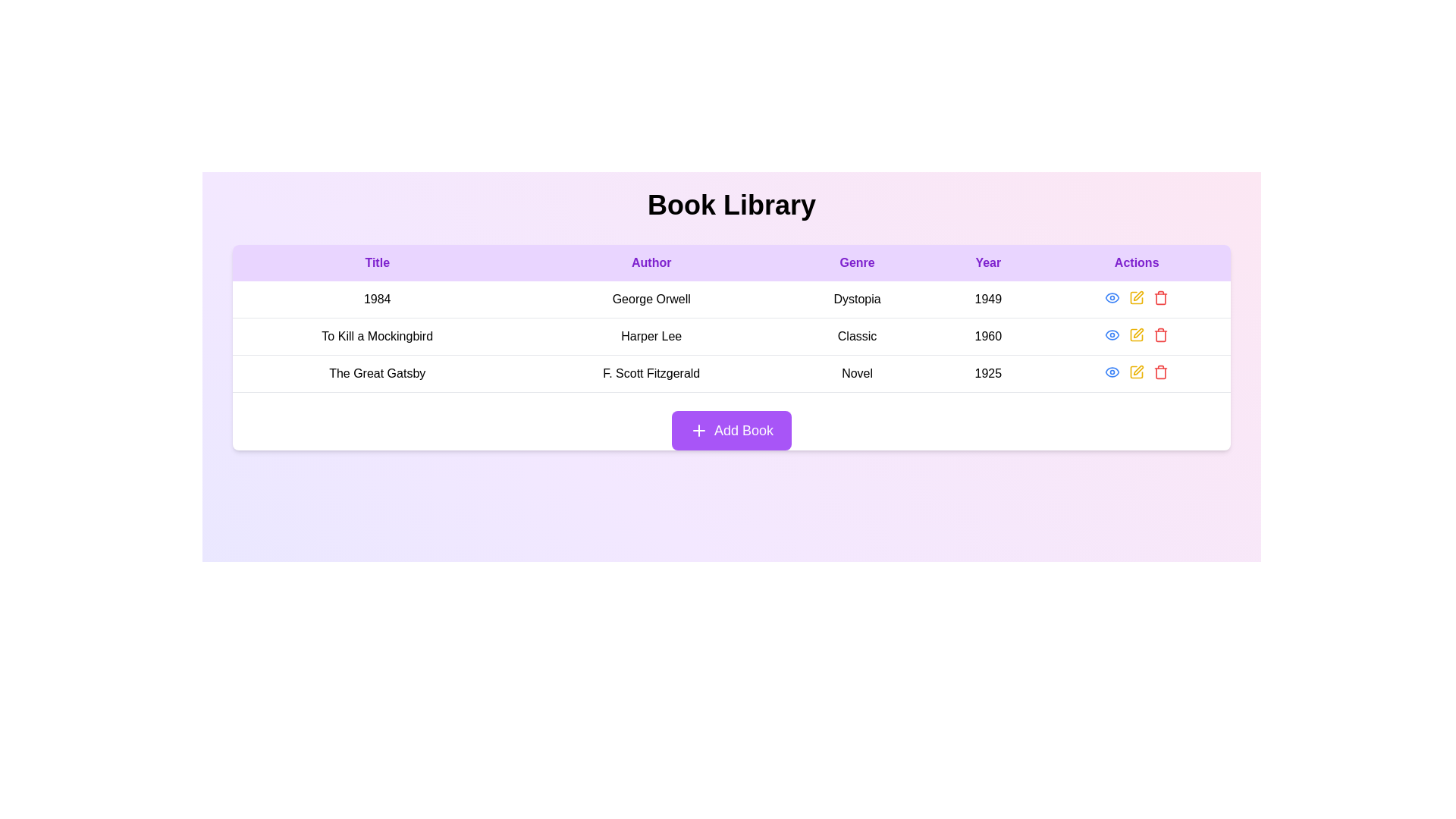 Image resolution: width=1456 pixels, height=819 pixels. I want to click on the text label displaying 'To Kill a Mockingbird' in a prominent black font, located in the second row of the table under the 'Title' column, so click(377, 335).